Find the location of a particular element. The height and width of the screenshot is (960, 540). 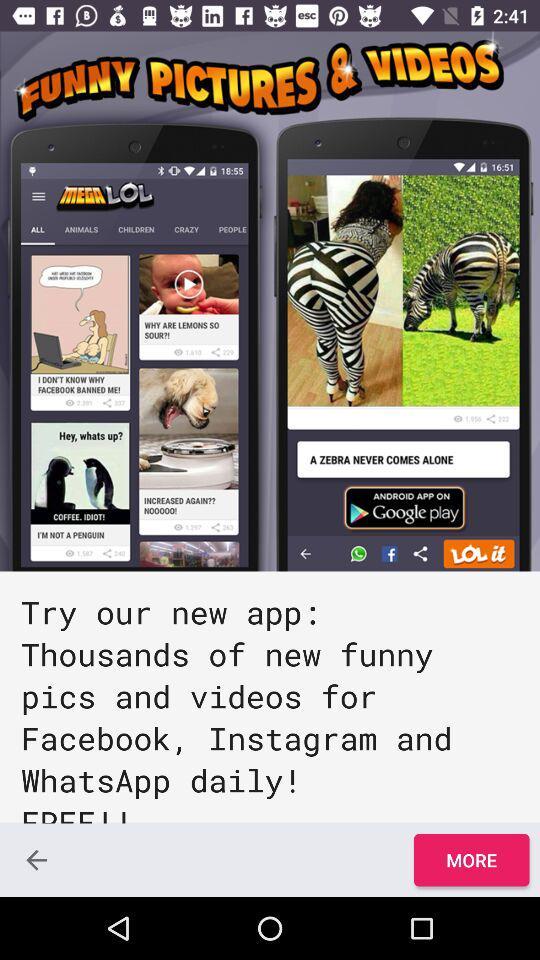

more icon is located at coordinates (471, 859).